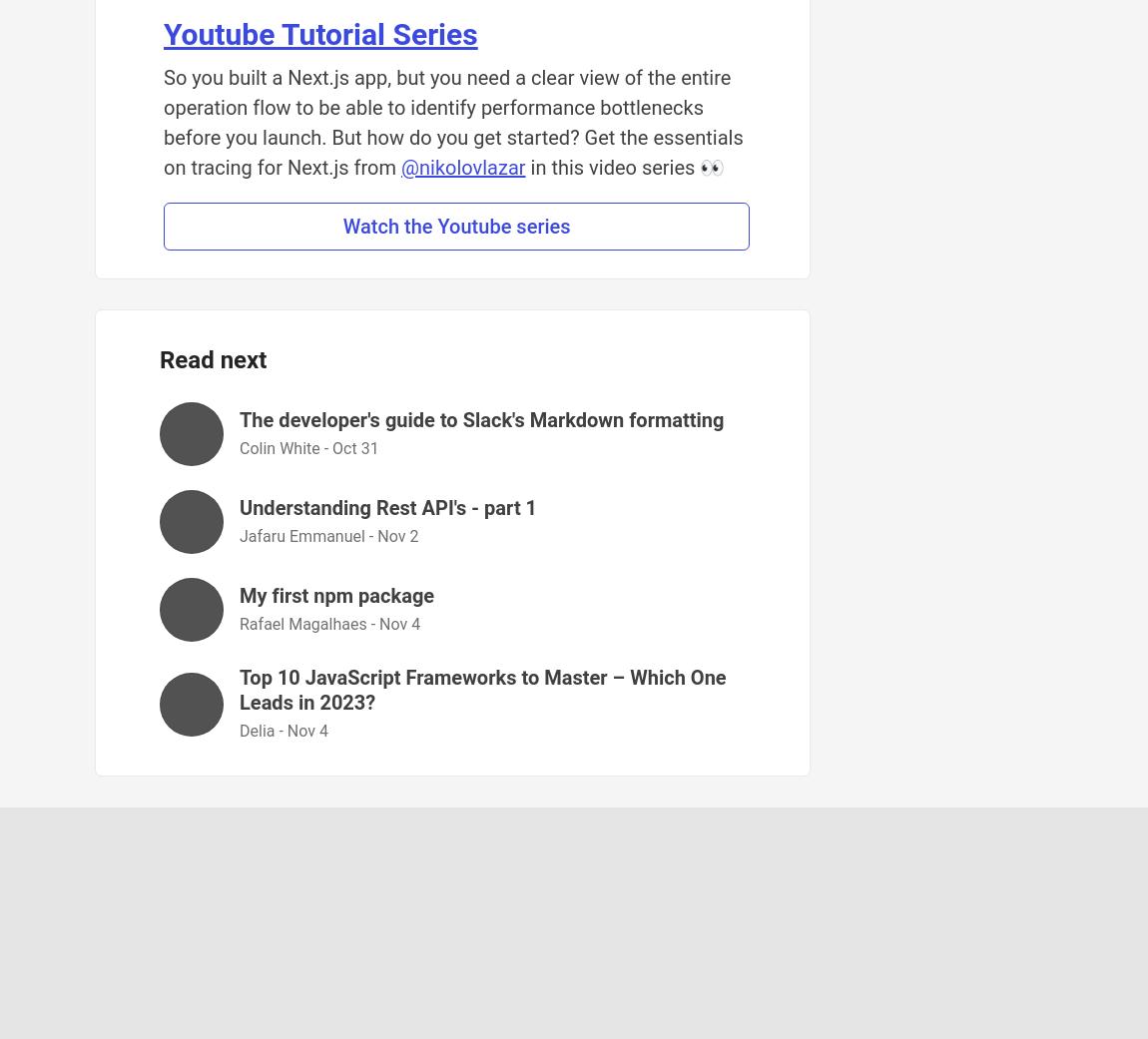  Describe the element at coordinates (642, 956) in the screenshot. I see `'DEV'` at that location.